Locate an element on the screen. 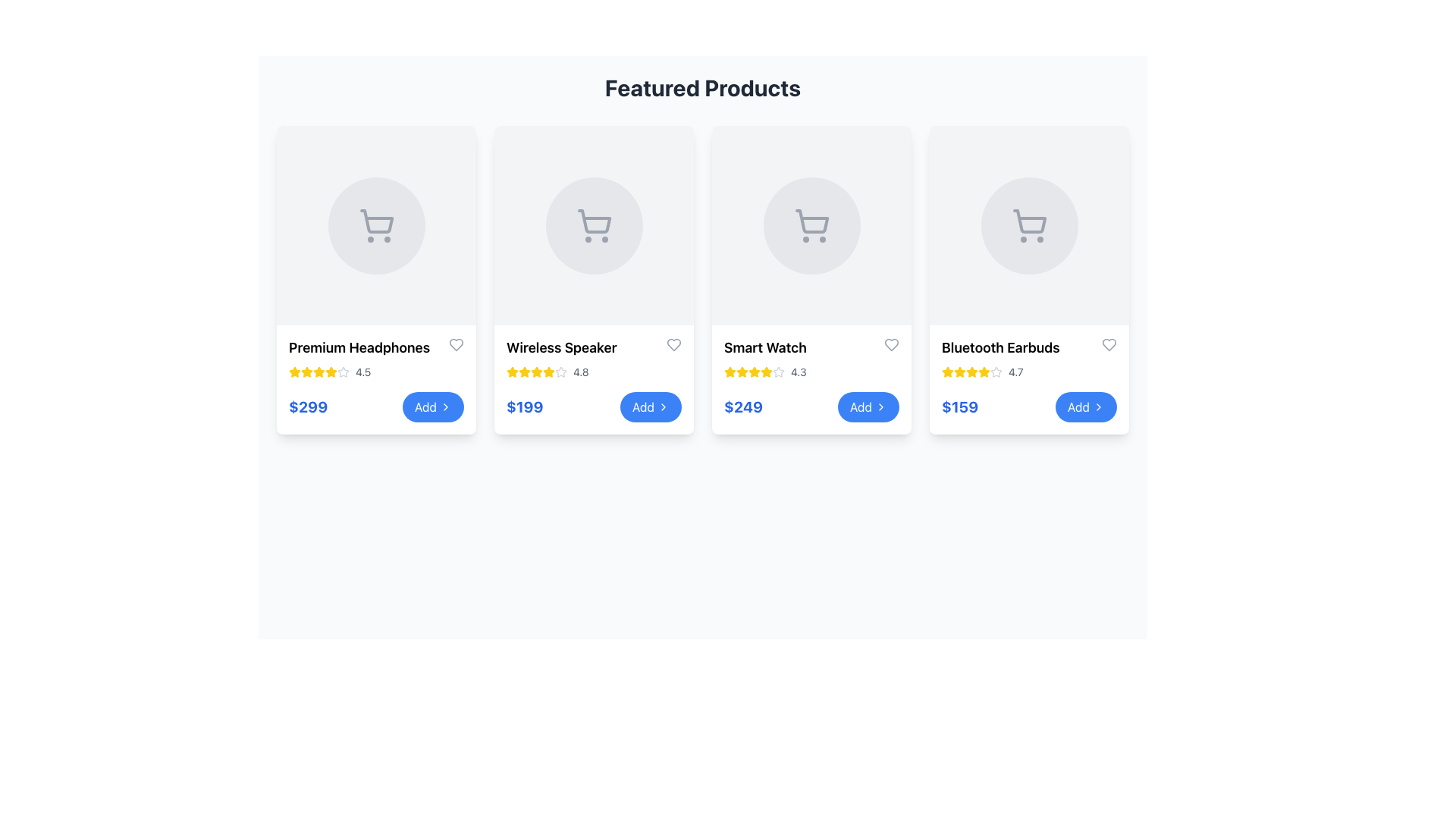 Image resolution: width=1456 pixels, height=819 pixels. the static text displaying '$199' in bold, extra-large font styled in blue, located under the 'Wireless Speaker' product information is located at coordinates (525, 406).